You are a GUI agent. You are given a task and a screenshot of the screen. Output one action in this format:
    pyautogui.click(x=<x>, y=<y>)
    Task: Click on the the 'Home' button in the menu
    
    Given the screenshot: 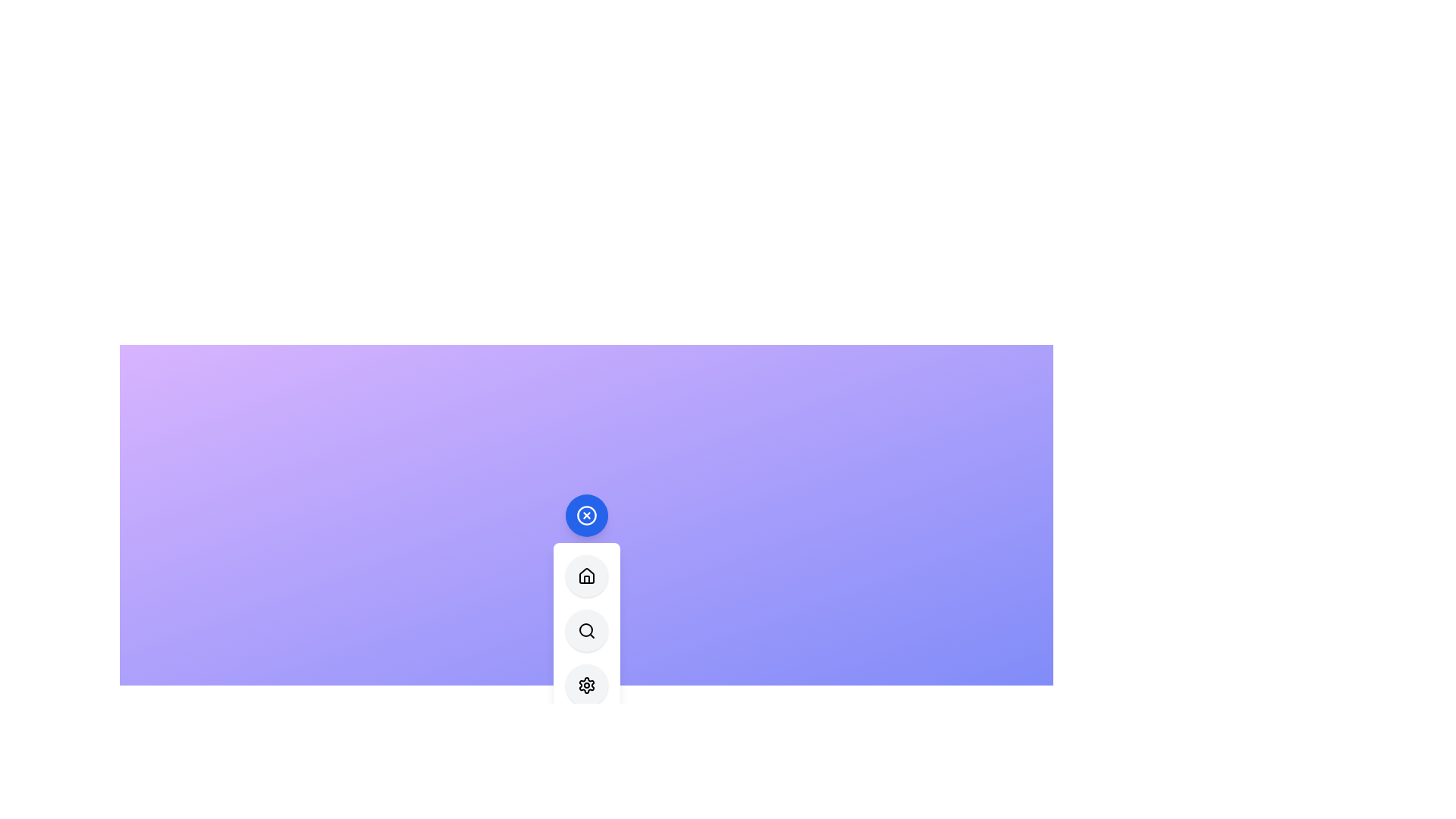 What is the action you would take?
    pyautogui.click(x=585, y=576)
    